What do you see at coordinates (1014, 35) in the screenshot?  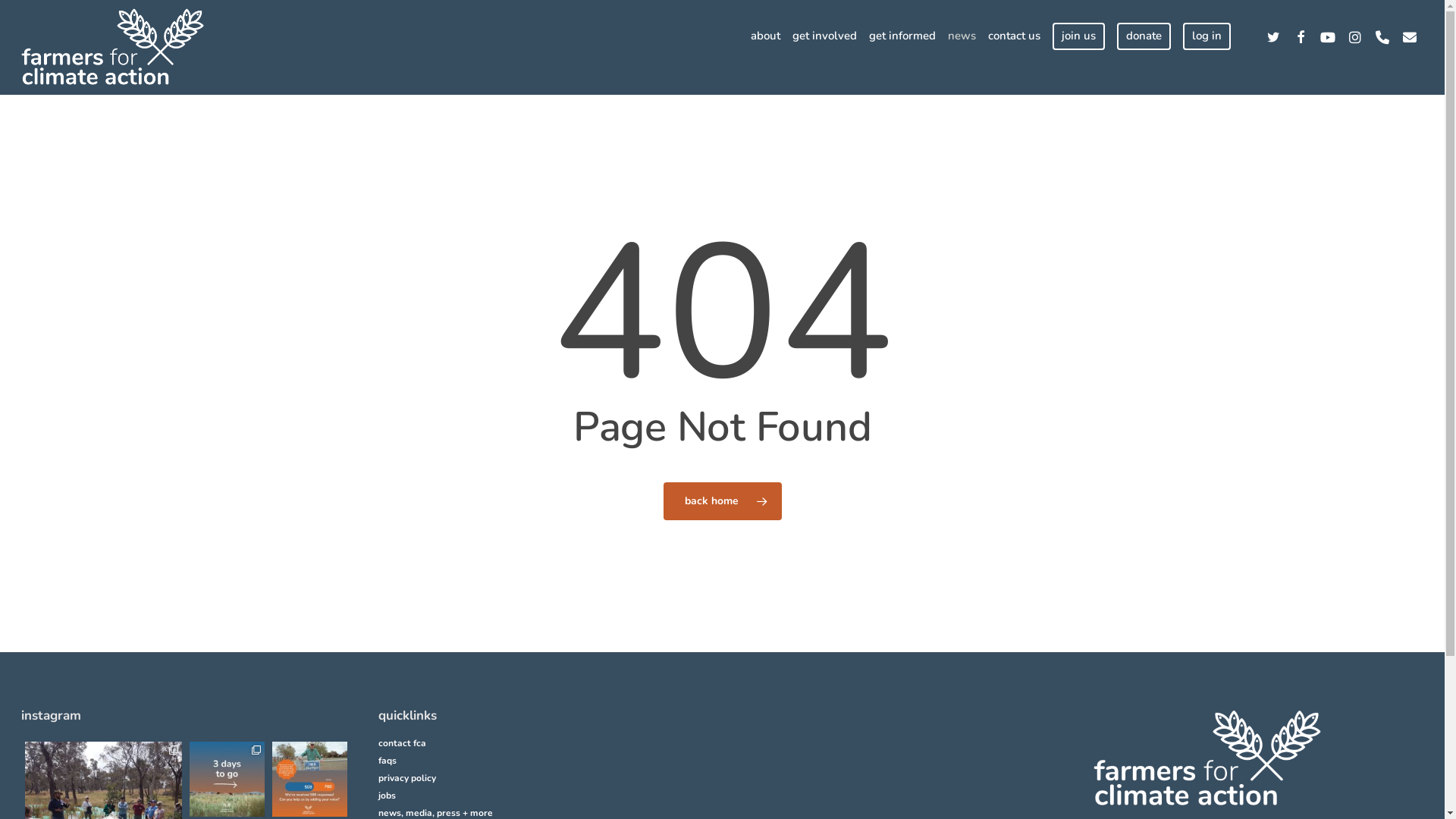 I see `'contact us'` at bounding box center [1014, 35].